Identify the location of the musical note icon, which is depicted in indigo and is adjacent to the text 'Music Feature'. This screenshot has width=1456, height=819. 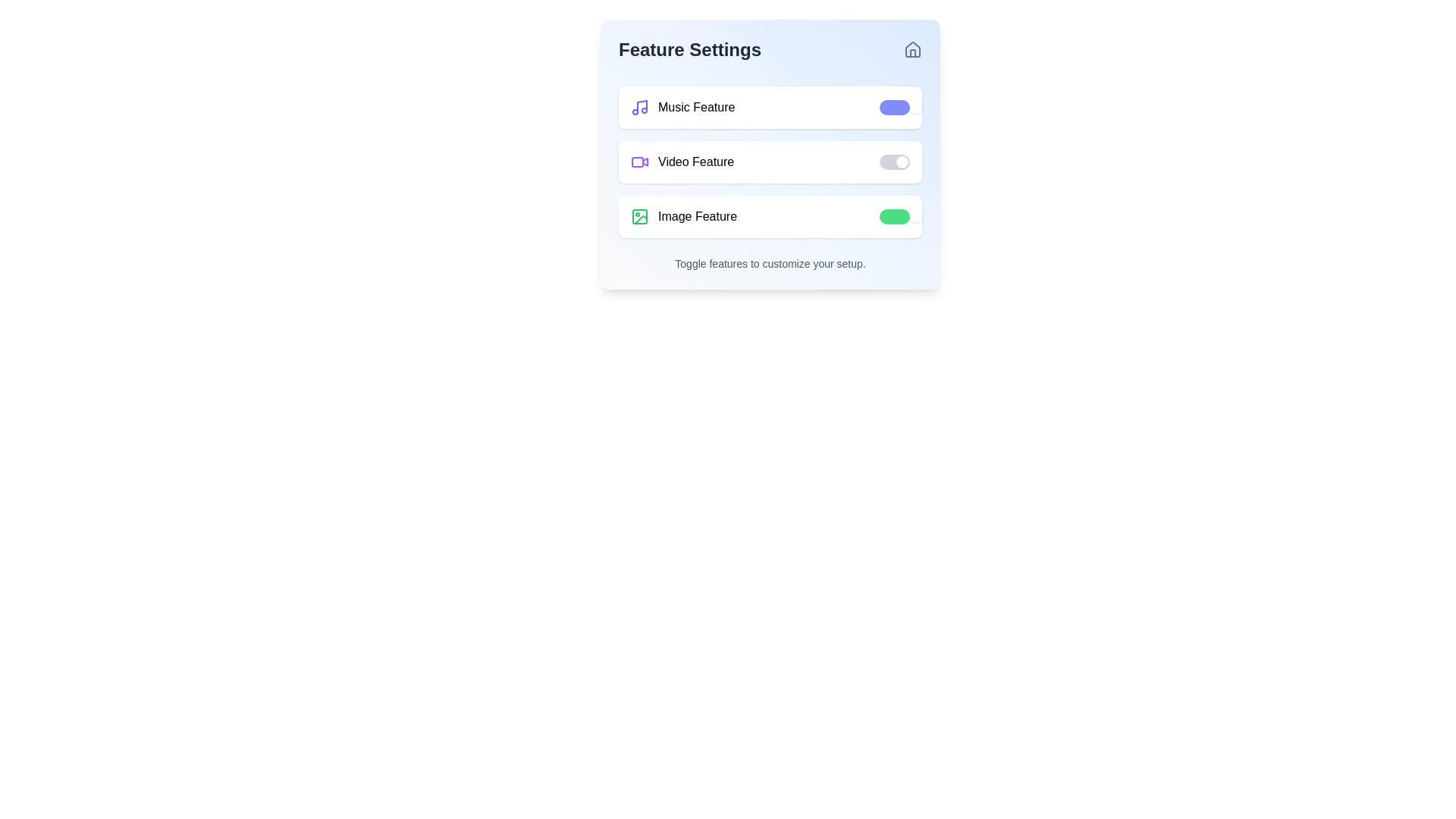
(640, 107).